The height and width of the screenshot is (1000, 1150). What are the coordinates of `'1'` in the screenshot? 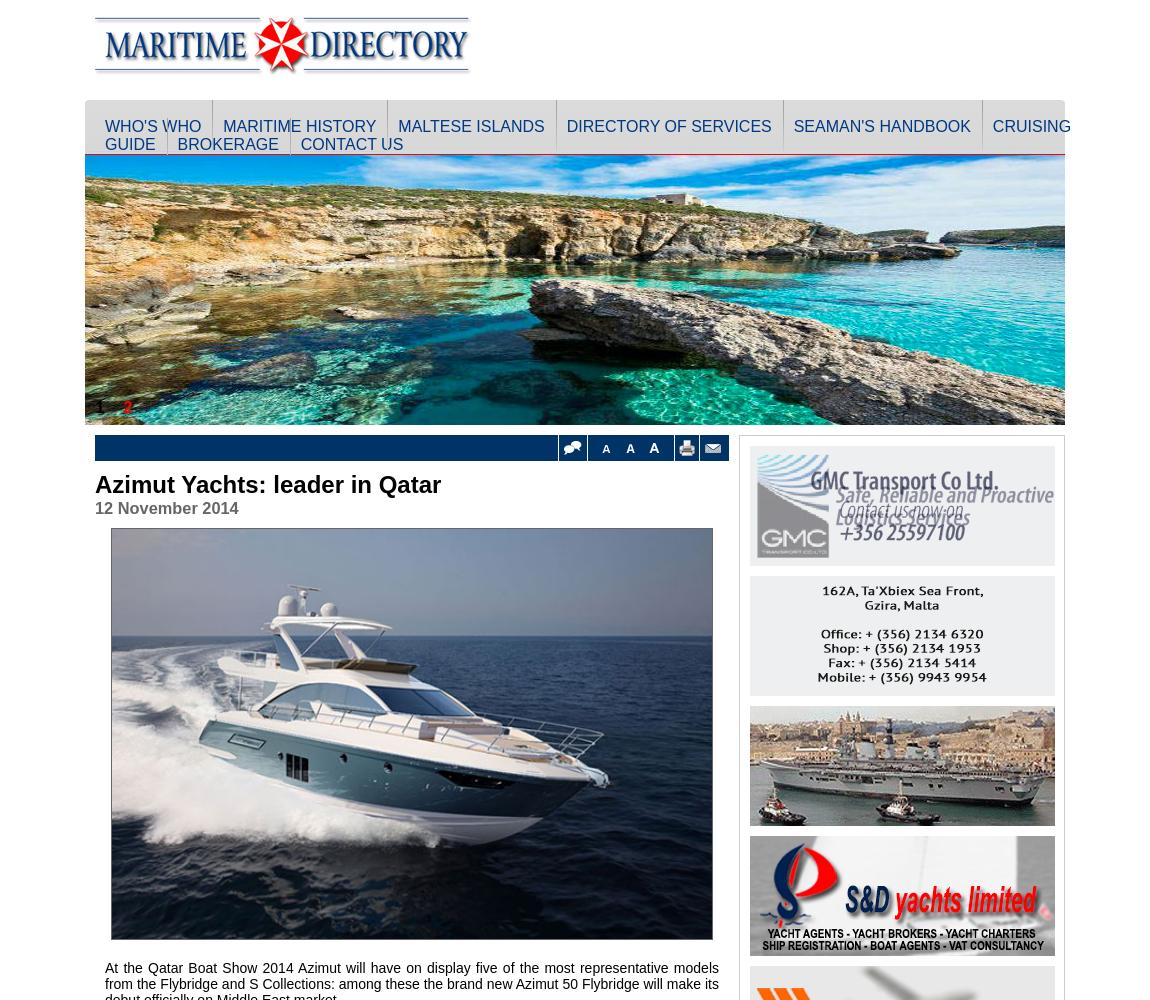 It's located at (98, 407).